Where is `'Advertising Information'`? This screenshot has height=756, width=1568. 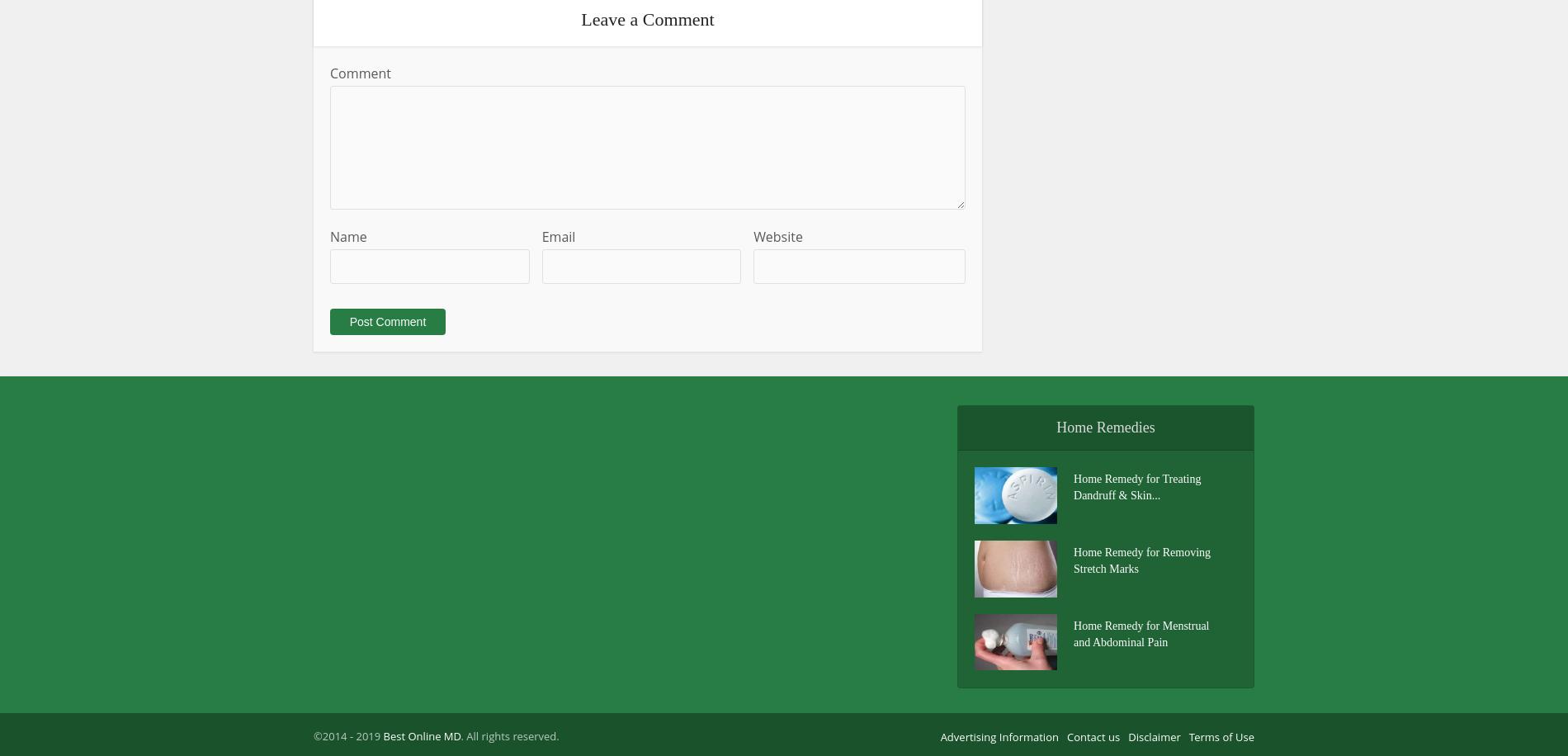 'Advertising Information' is located at coordinates (999, 736).